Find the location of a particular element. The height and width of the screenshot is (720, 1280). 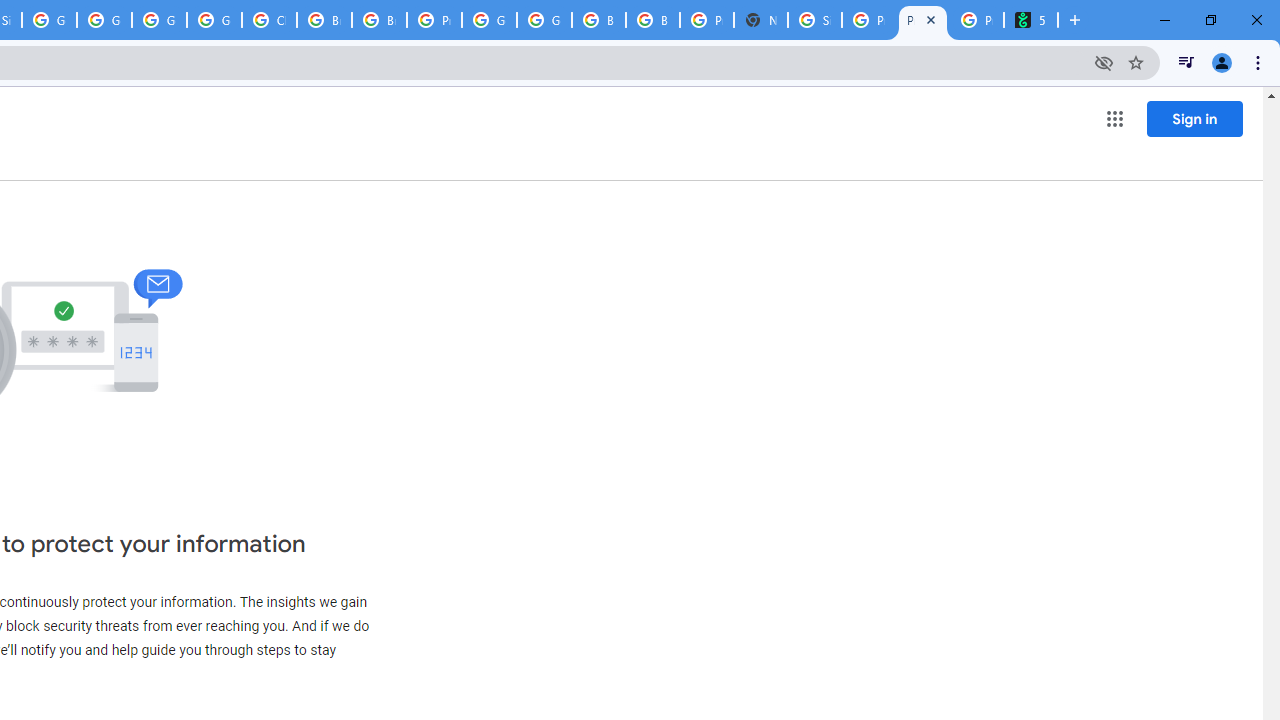

'New Tab' is located at coordinates (759, 20).